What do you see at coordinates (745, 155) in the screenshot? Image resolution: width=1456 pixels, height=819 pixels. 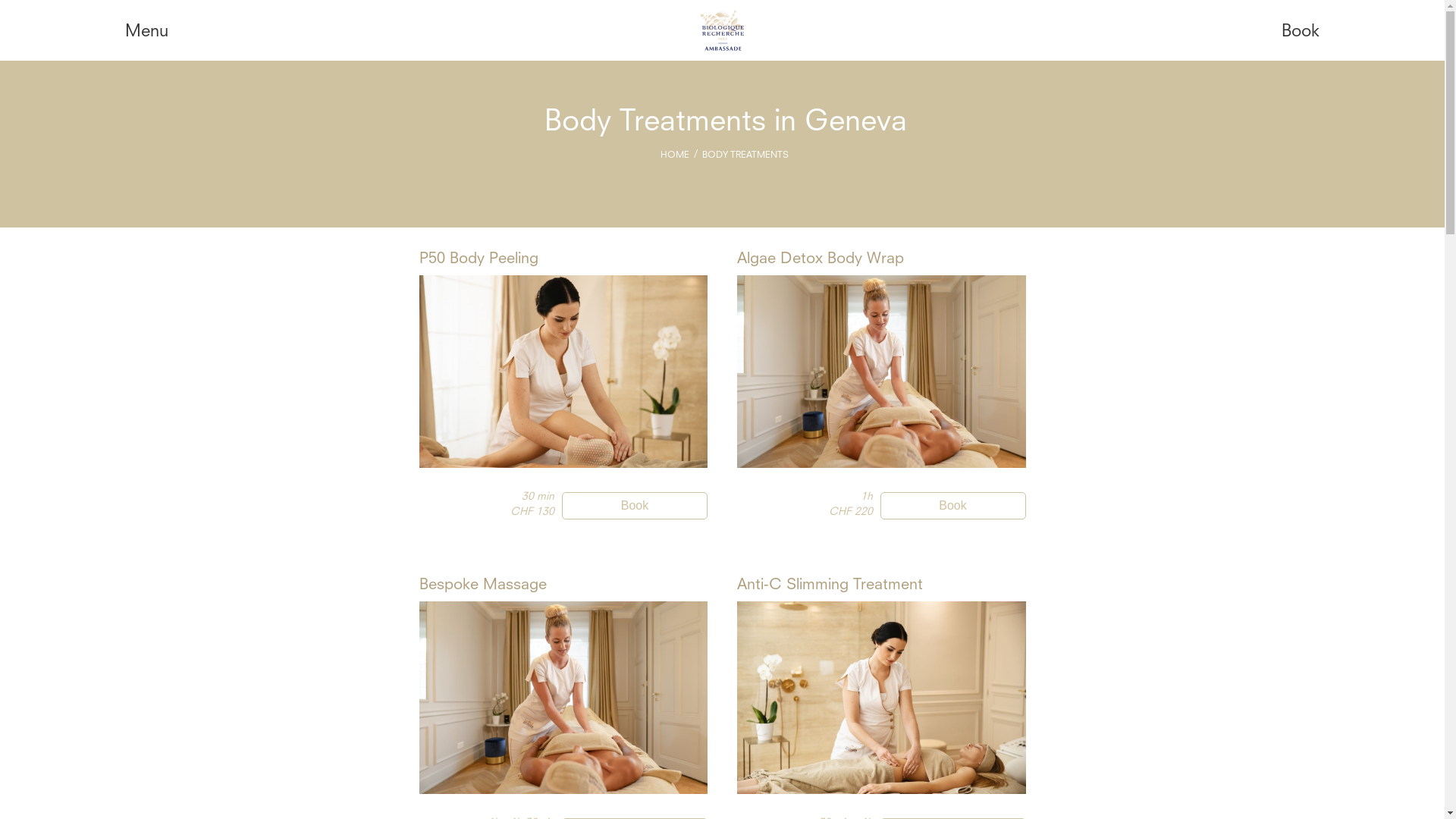 I see `'BODY TREATMENTS'` at bounding box center [745, 155].